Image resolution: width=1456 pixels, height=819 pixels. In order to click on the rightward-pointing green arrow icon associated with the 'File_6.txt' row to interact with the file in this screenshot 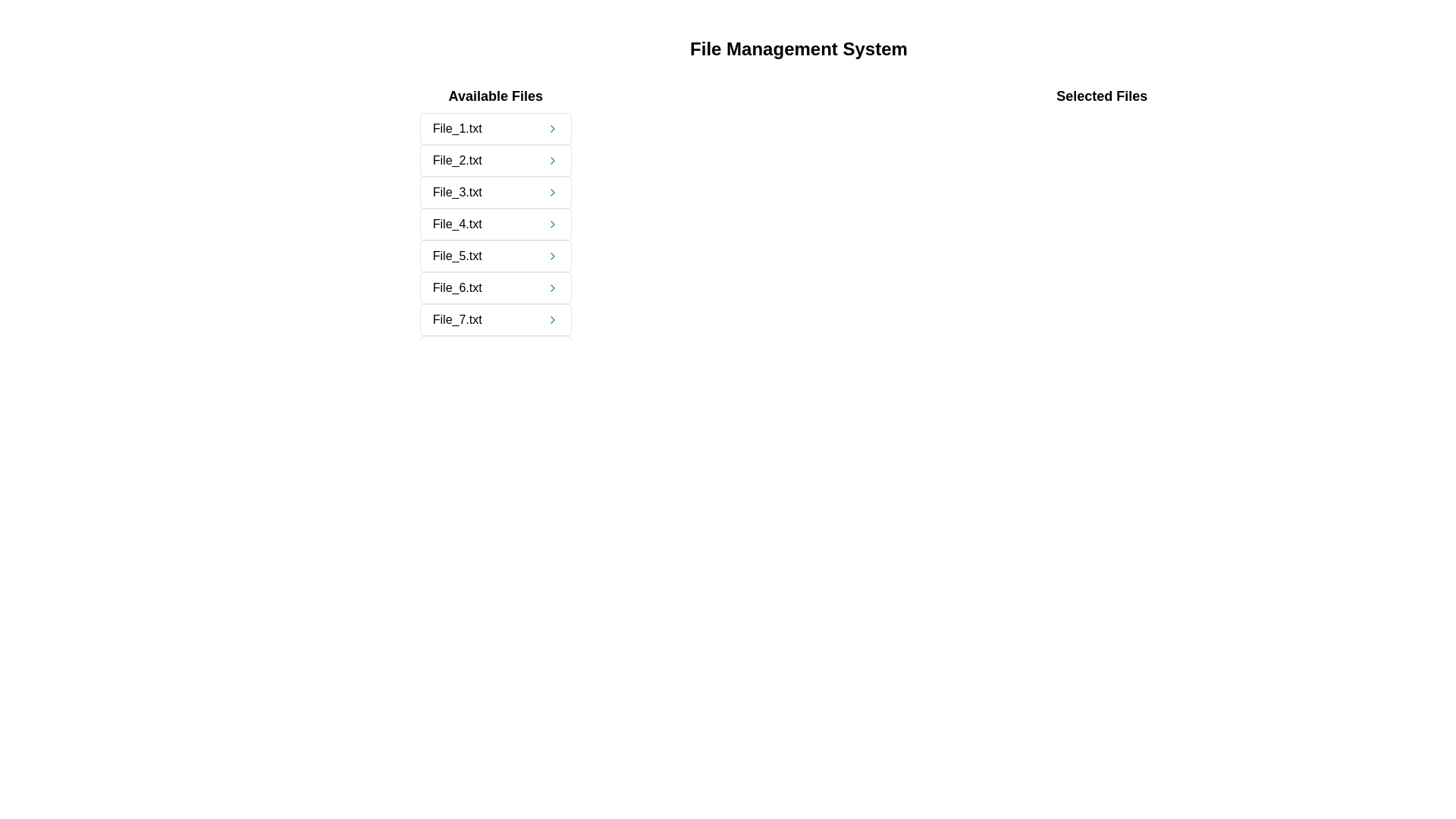, I will do `click(551, 288)`.